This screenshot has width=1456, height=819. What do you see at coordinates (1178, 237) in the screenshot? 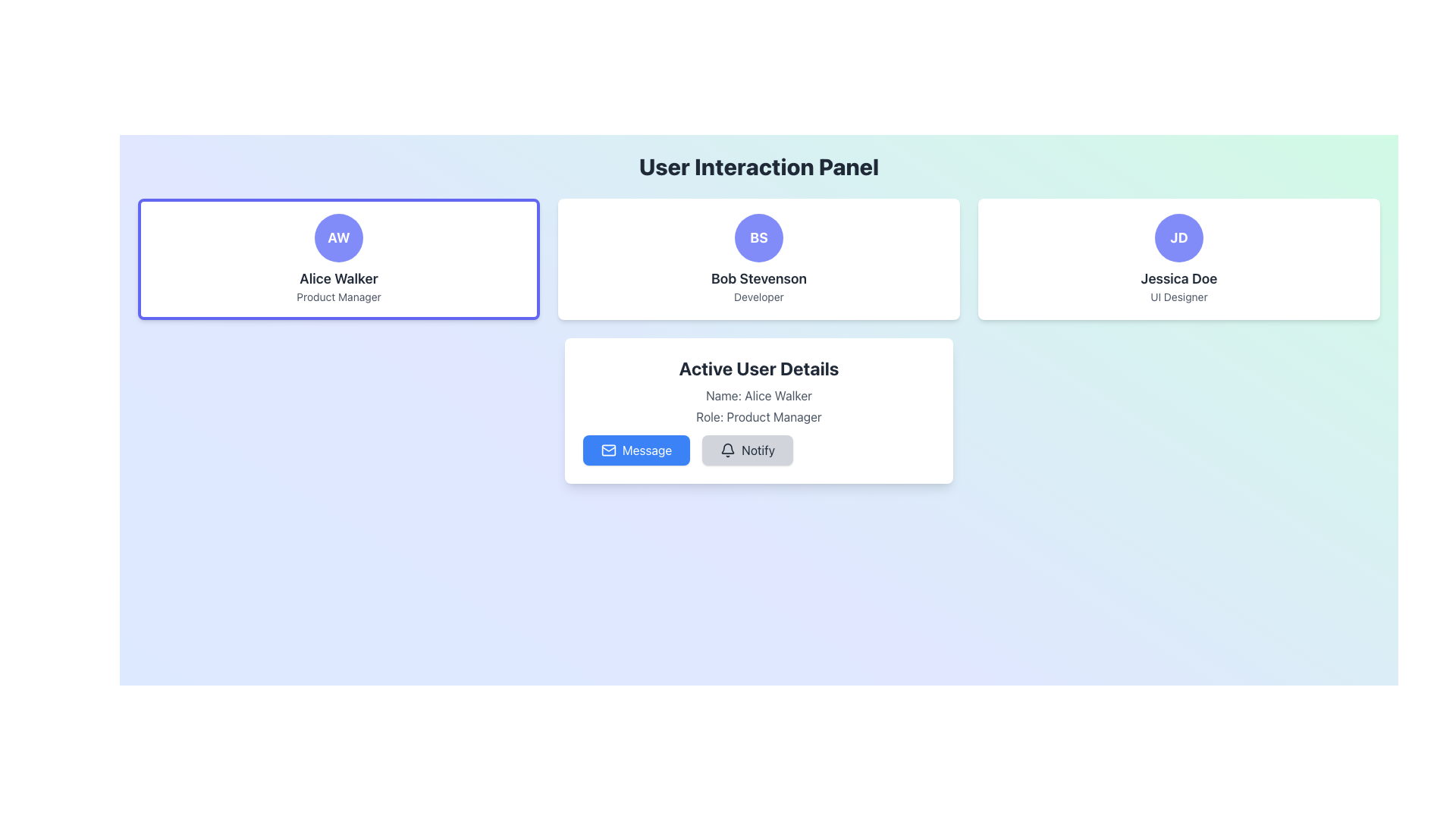
I see `the Profile Avatar, a circular element with a purple background and white text 'JD', located in the top-right user card for 'Jessica Doe'` at bounding box center [1178, 237].